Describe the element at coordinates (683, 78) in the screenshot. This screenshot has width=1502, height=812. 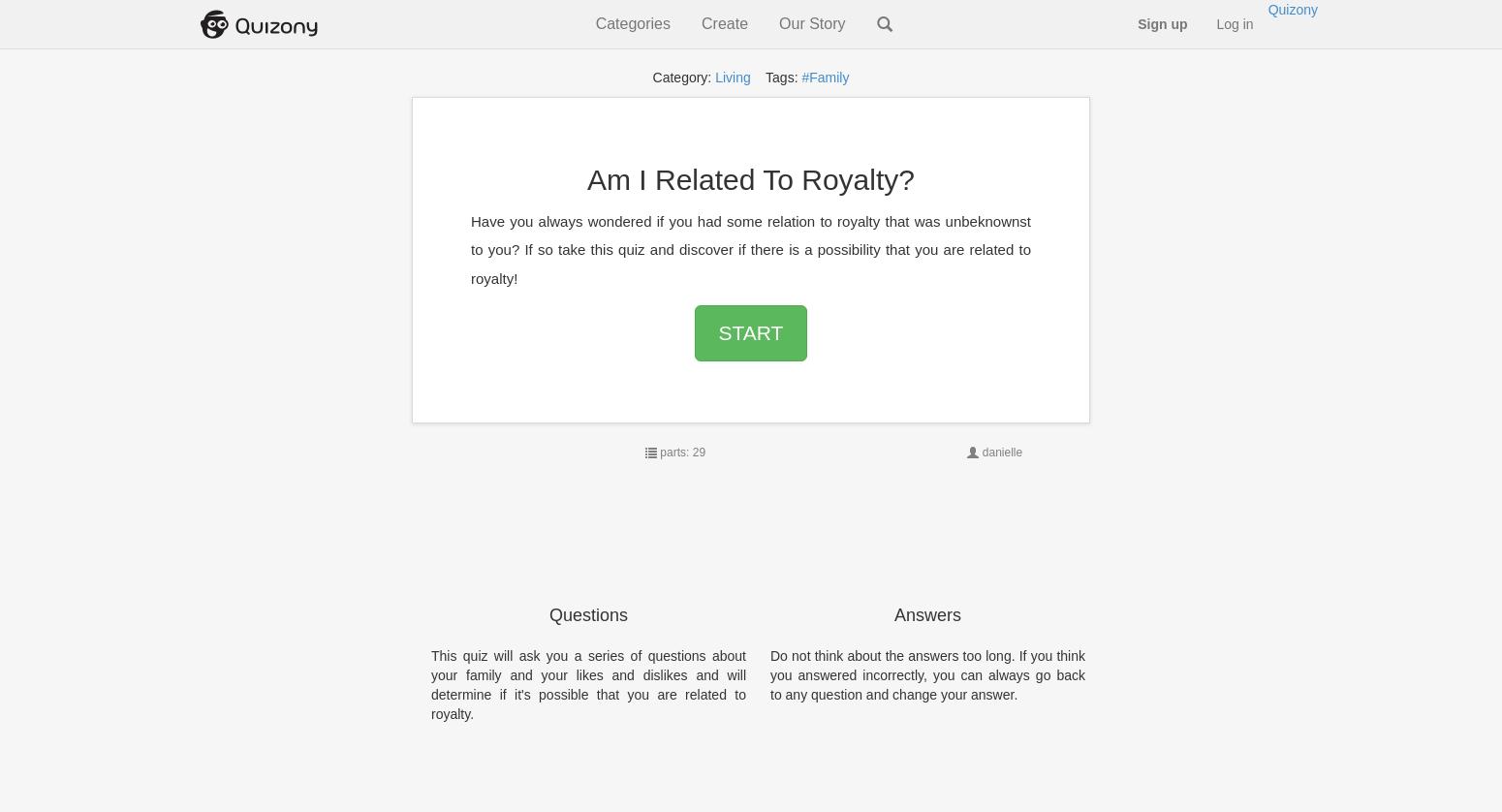
I see `'Category:'` at that location.